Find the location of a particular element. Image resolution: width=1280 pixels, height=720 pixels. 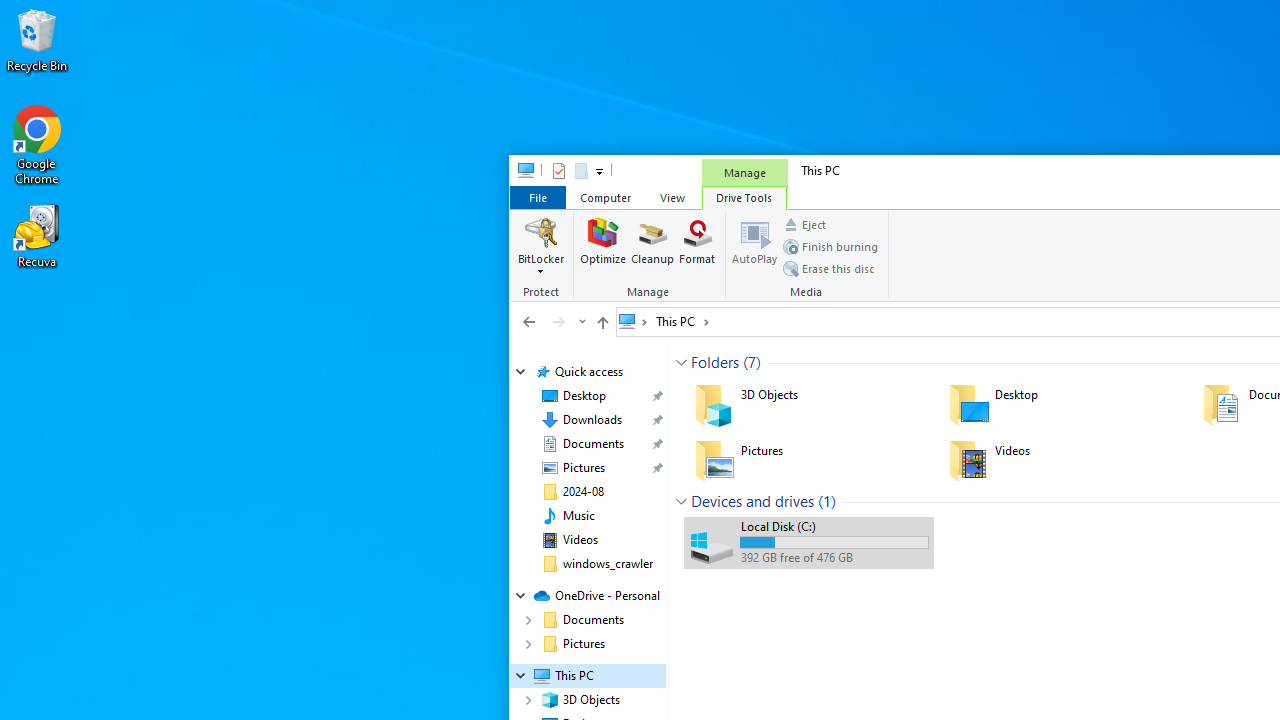

'Finish burning' is located at coordinates (830, 245).